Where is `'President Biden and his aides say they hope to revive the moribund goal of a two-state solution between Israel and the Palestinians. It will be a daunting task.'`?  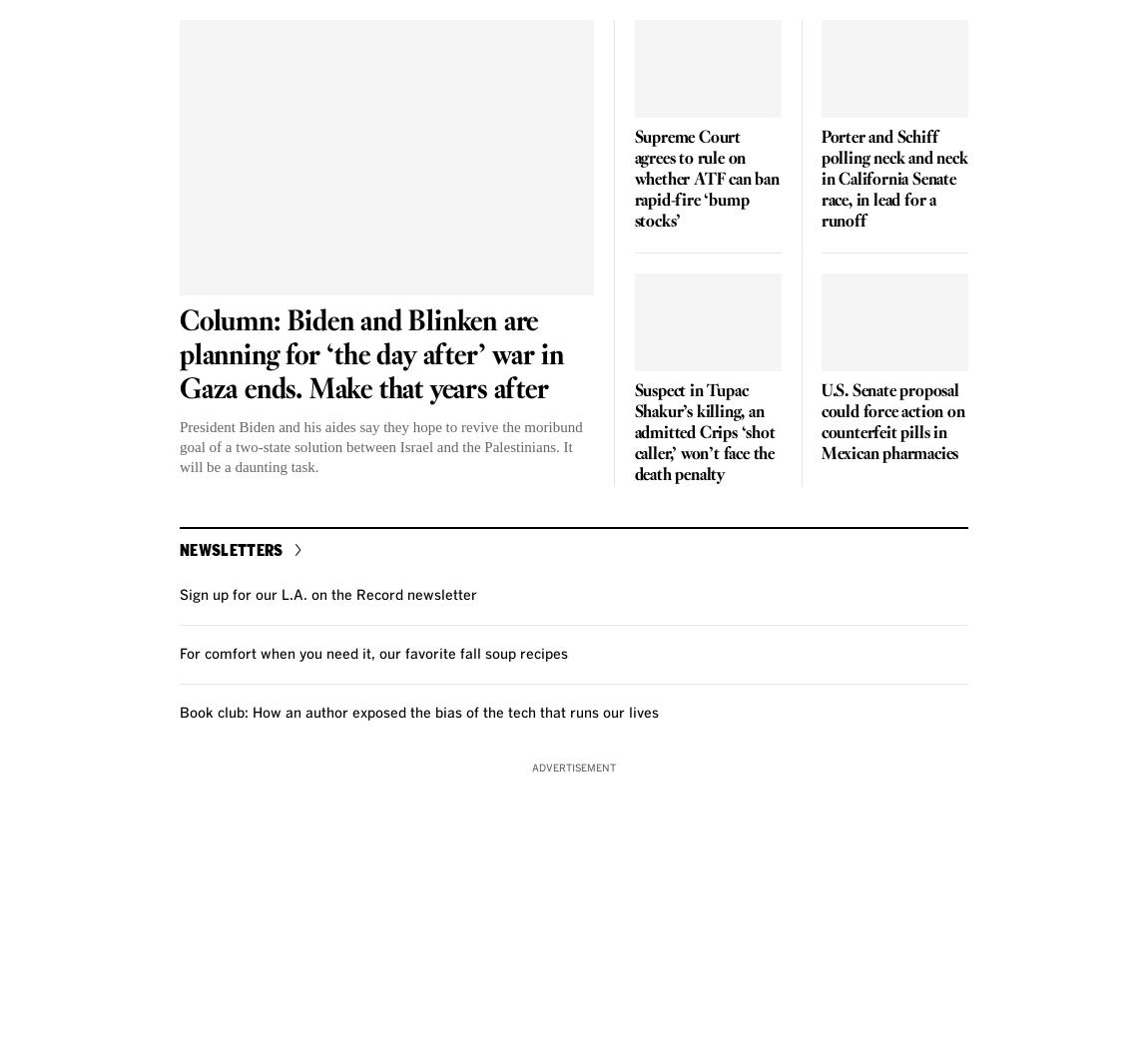
'President Biden and his aides say they hope to revive the moribund goal of a two-state solution between Israel and the Palestinians. It will be a daunting task.' is located at coordinates (178, 446).